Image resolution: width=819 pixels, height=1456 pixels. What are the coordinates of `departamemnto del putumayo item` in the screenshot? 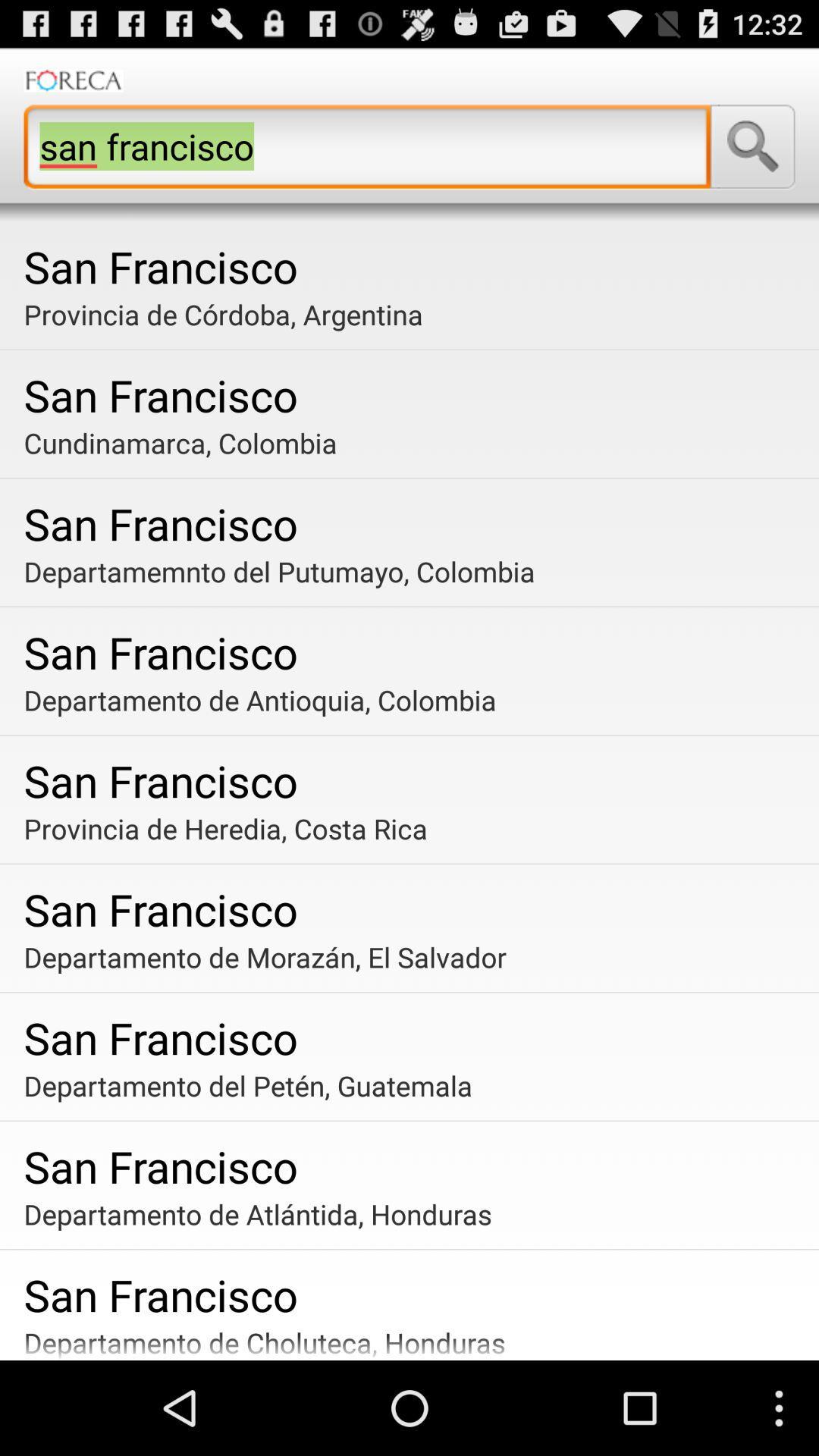 It's located at (415, 570).